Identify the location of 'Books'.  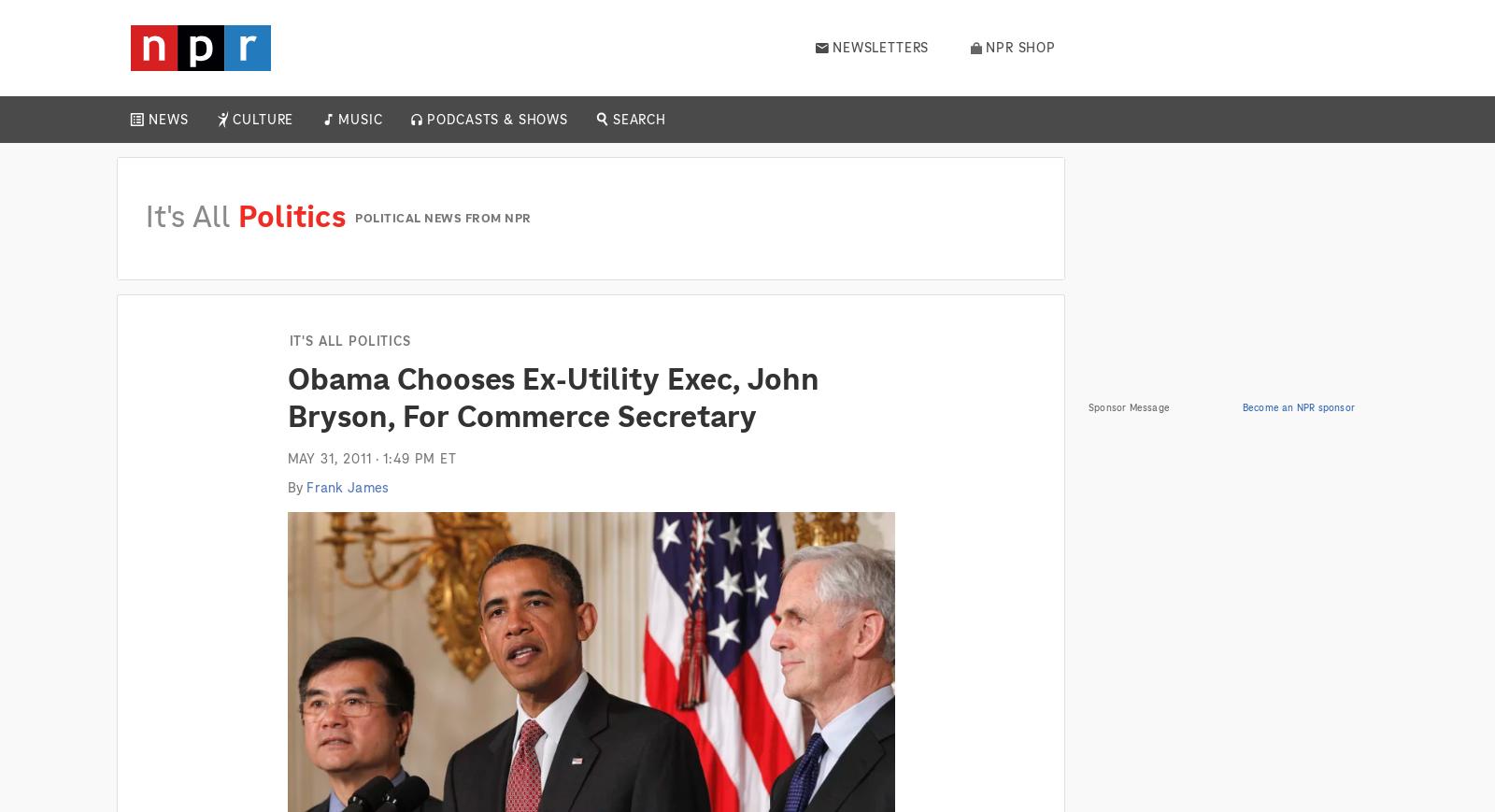
(261, 178).